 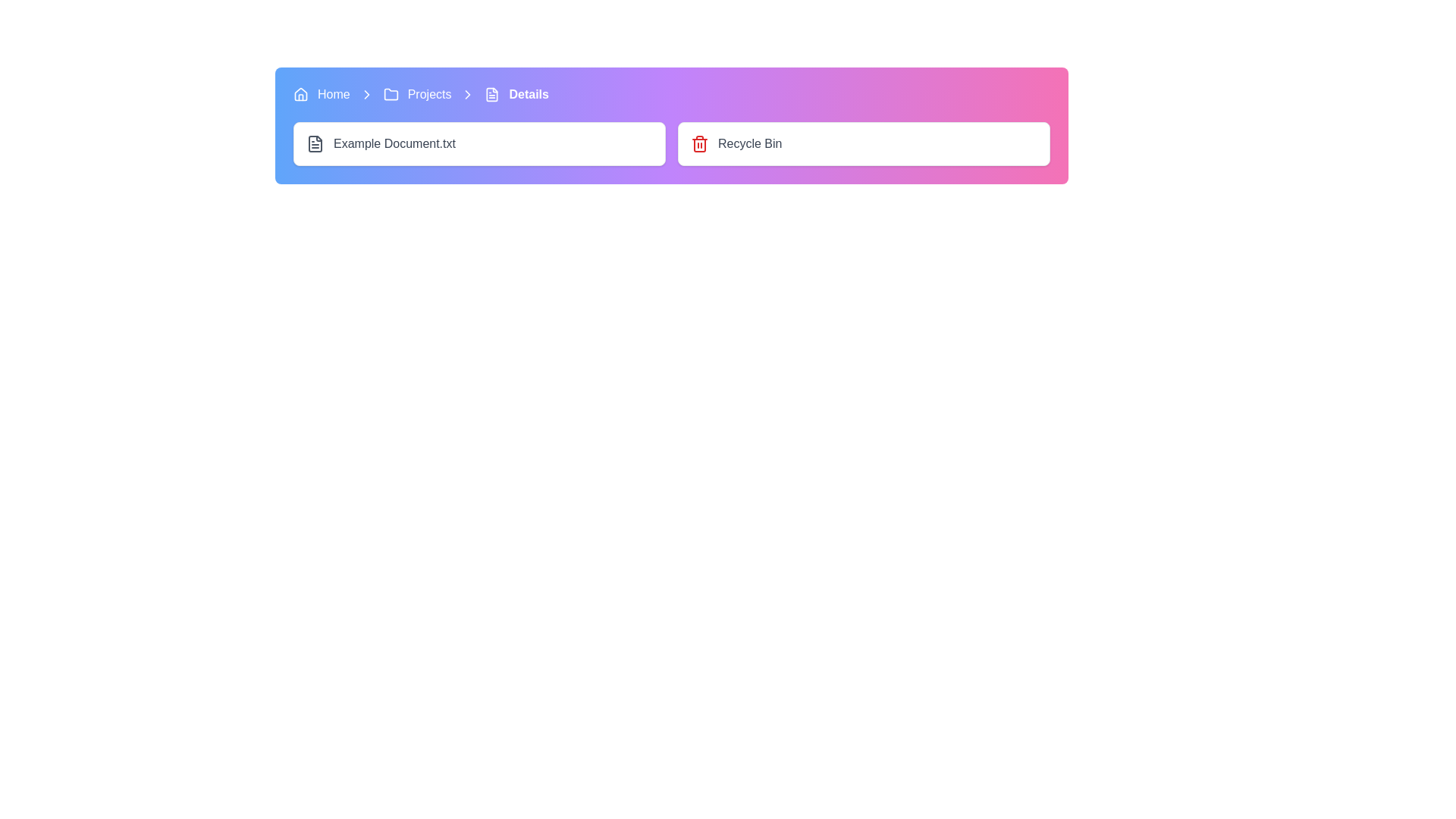 I want to click on the chevron icon in the breadcrumb navigation bar, located between the 'Home' text and the folder icon, so click(x=366, y=94).